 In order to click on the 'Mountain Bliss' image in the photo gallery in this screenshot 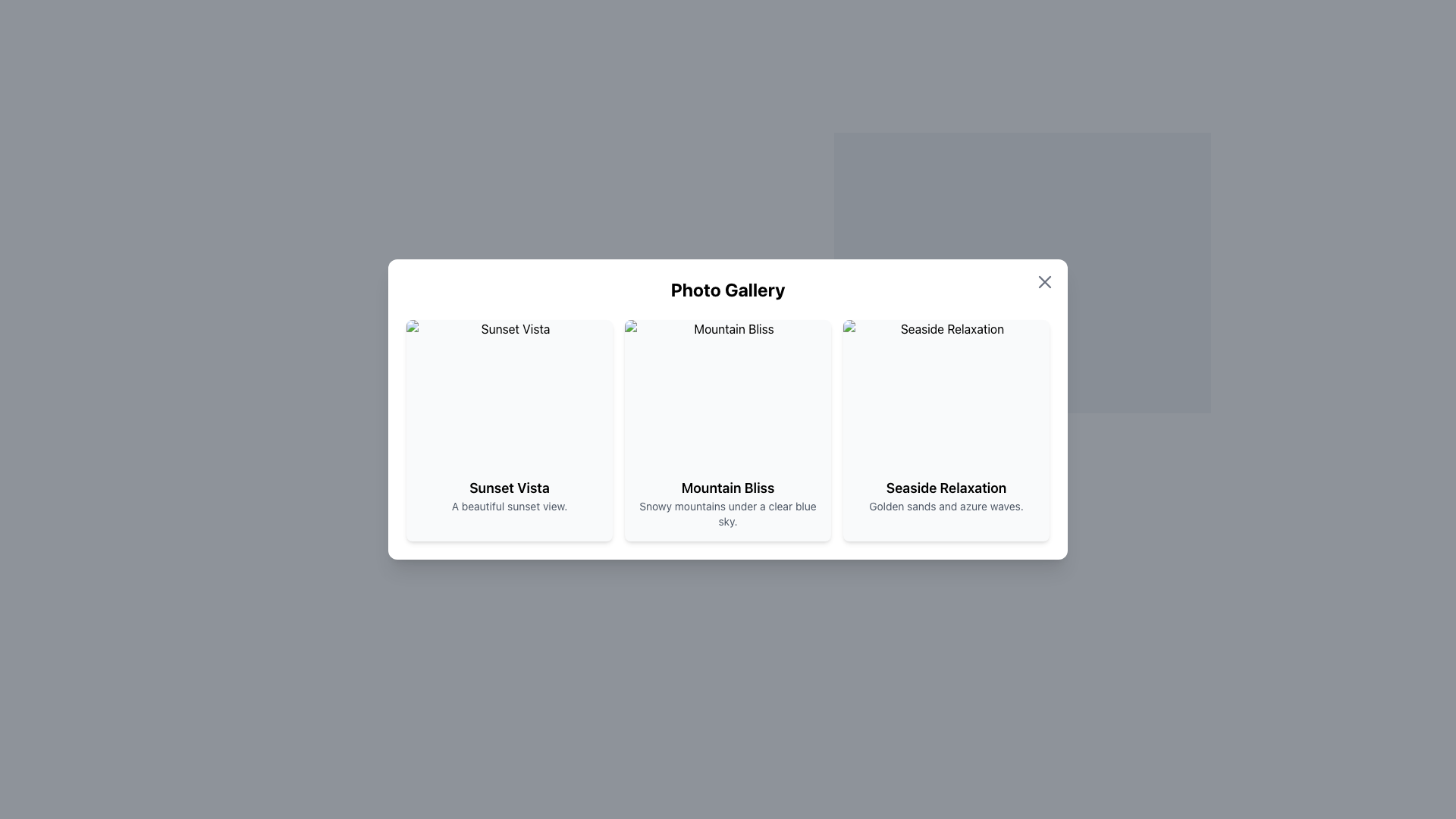, I will do `click(728, 391)`.